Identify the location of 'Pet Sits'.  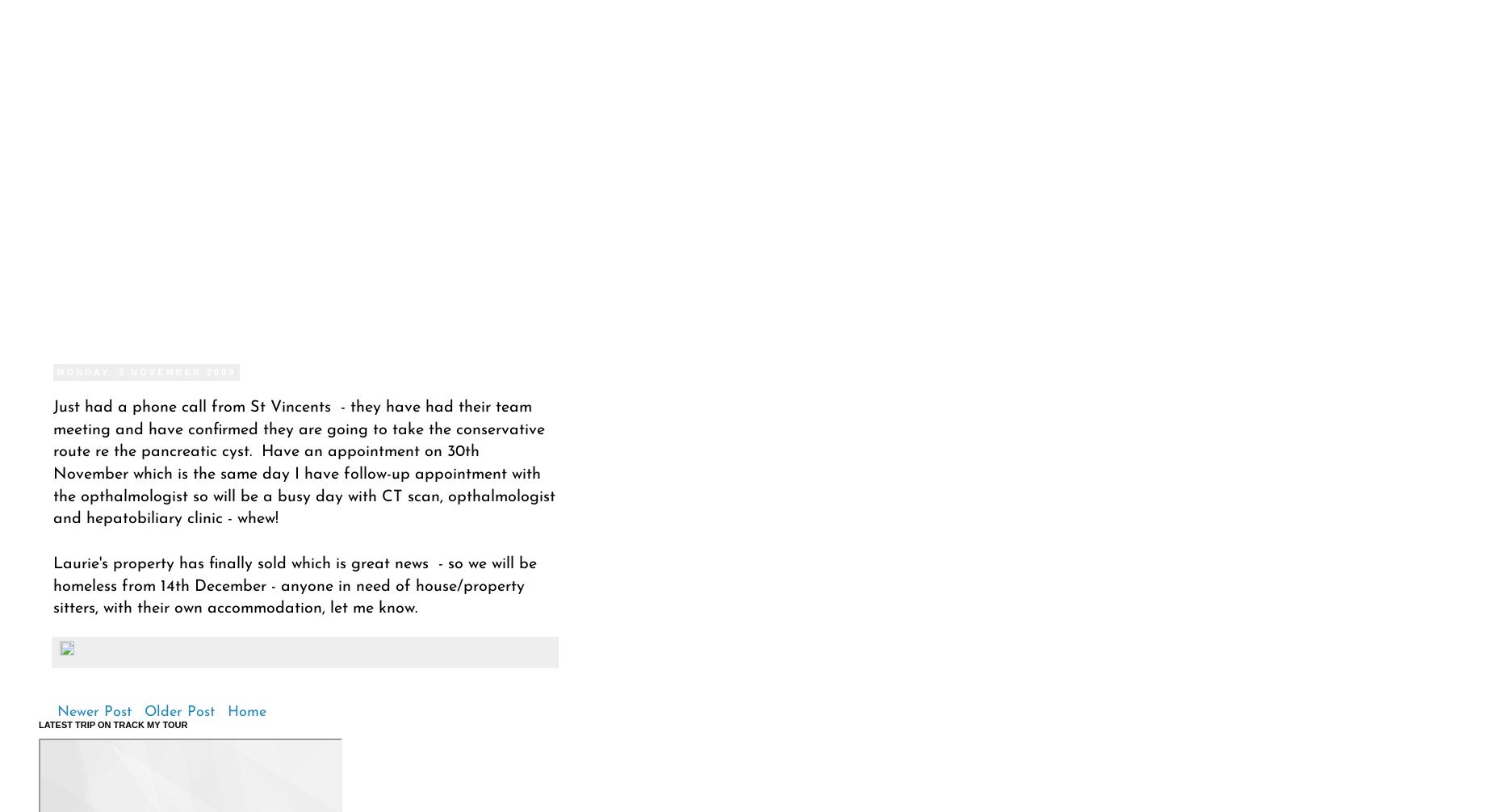
(62, 241).